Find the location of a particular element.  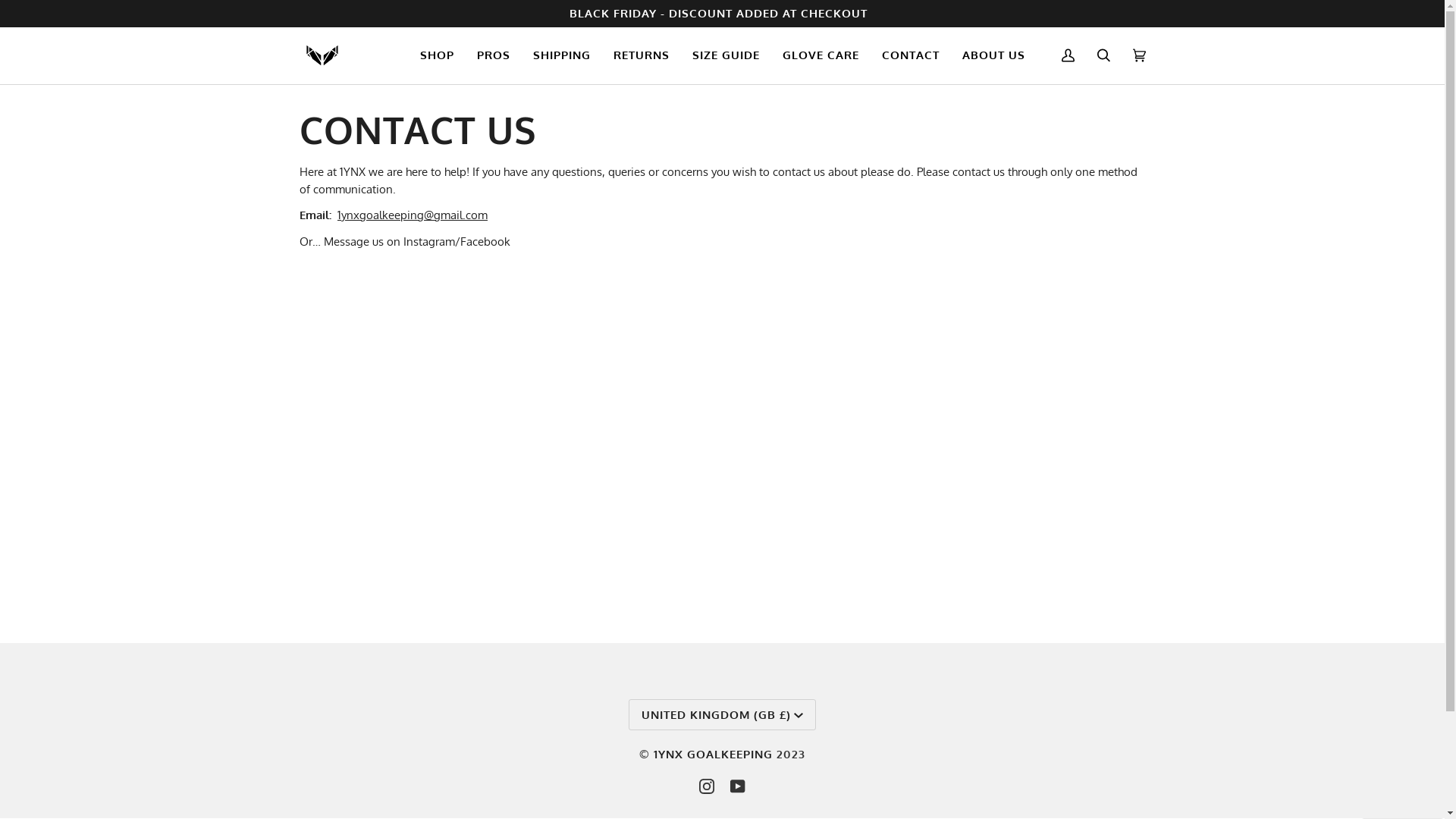

'SHIPPING' is located at coordinates (560, 55).